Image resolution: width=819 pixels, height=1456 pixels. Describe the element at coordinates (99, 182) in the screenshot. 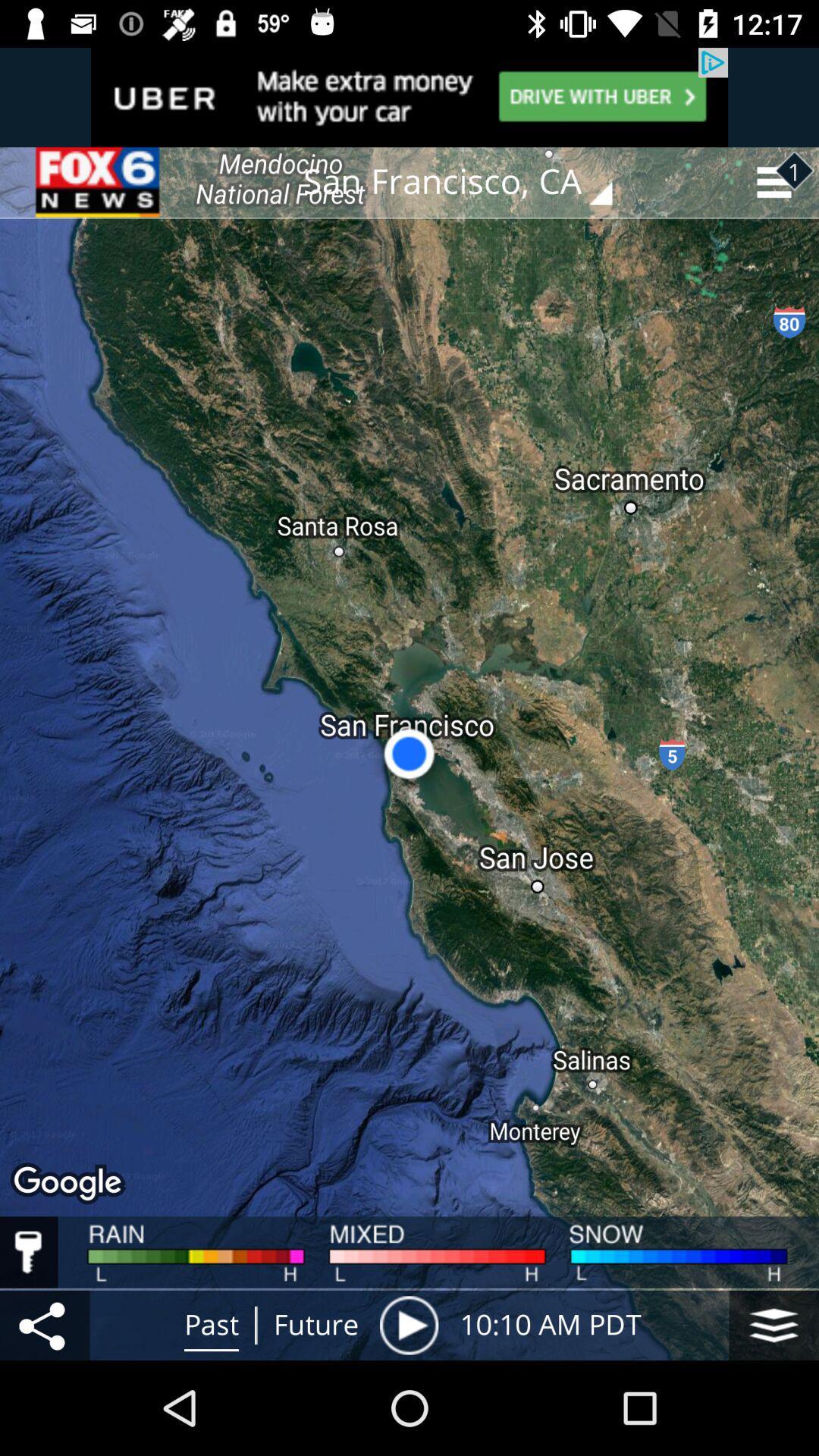

I see `icon at the top left corner` at that location.